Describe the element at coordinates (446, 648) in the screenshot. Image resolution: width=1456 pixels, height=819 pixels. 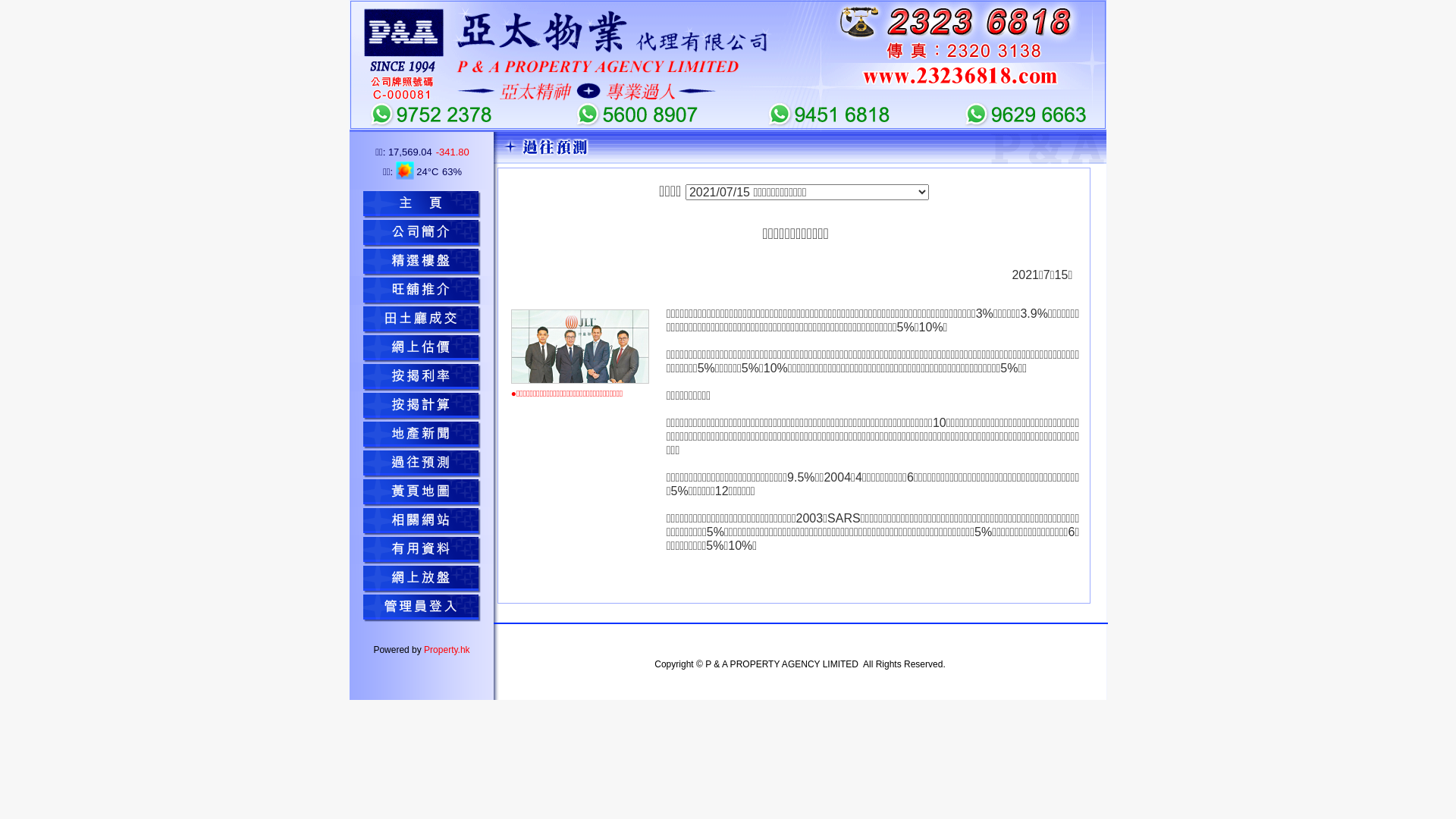
I see `'Property.hk'` at that location.